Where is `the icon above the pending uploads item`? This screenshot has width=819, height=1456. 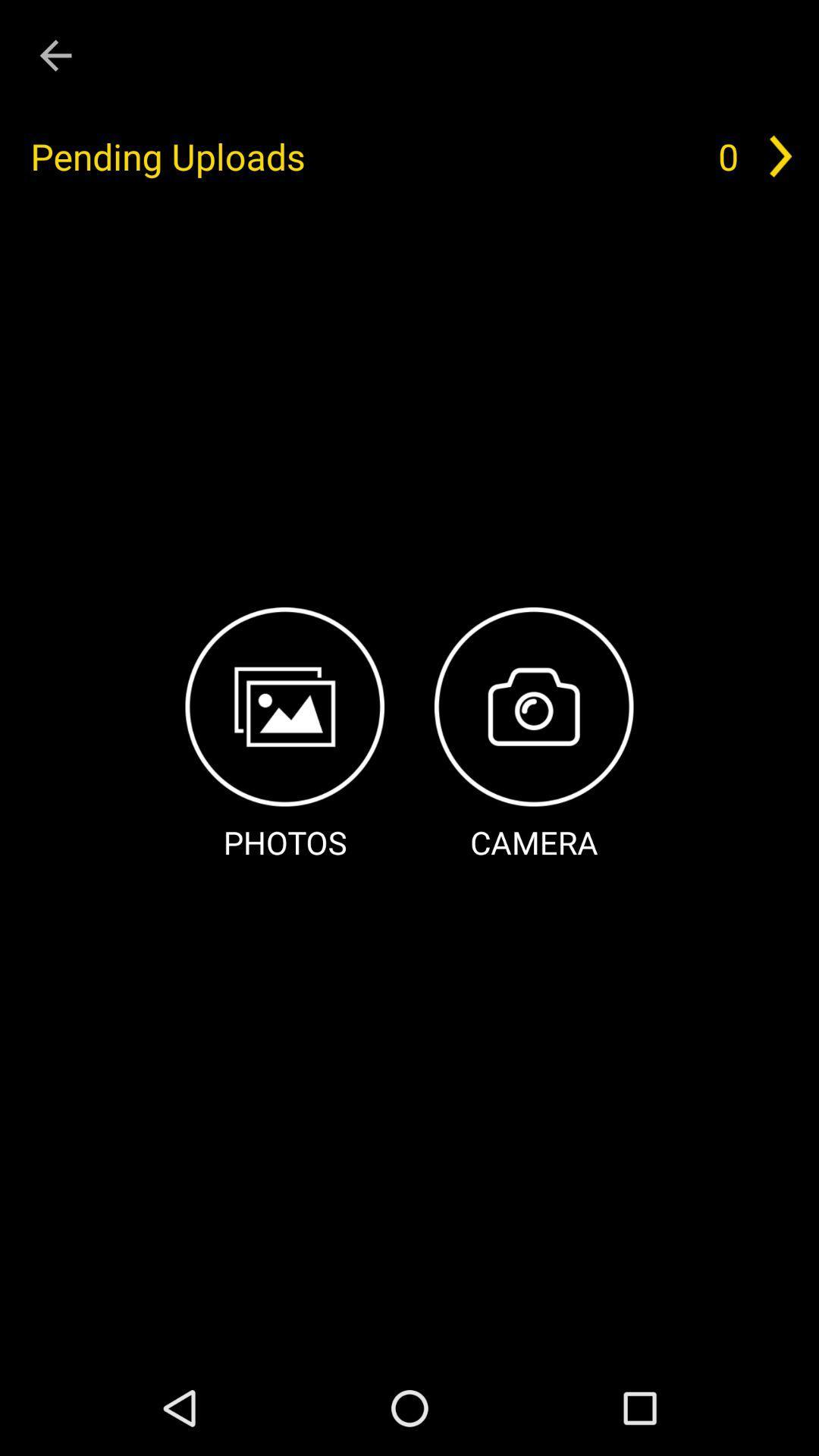 the icon above the pending uploads item is located at coordinates (55, 55).